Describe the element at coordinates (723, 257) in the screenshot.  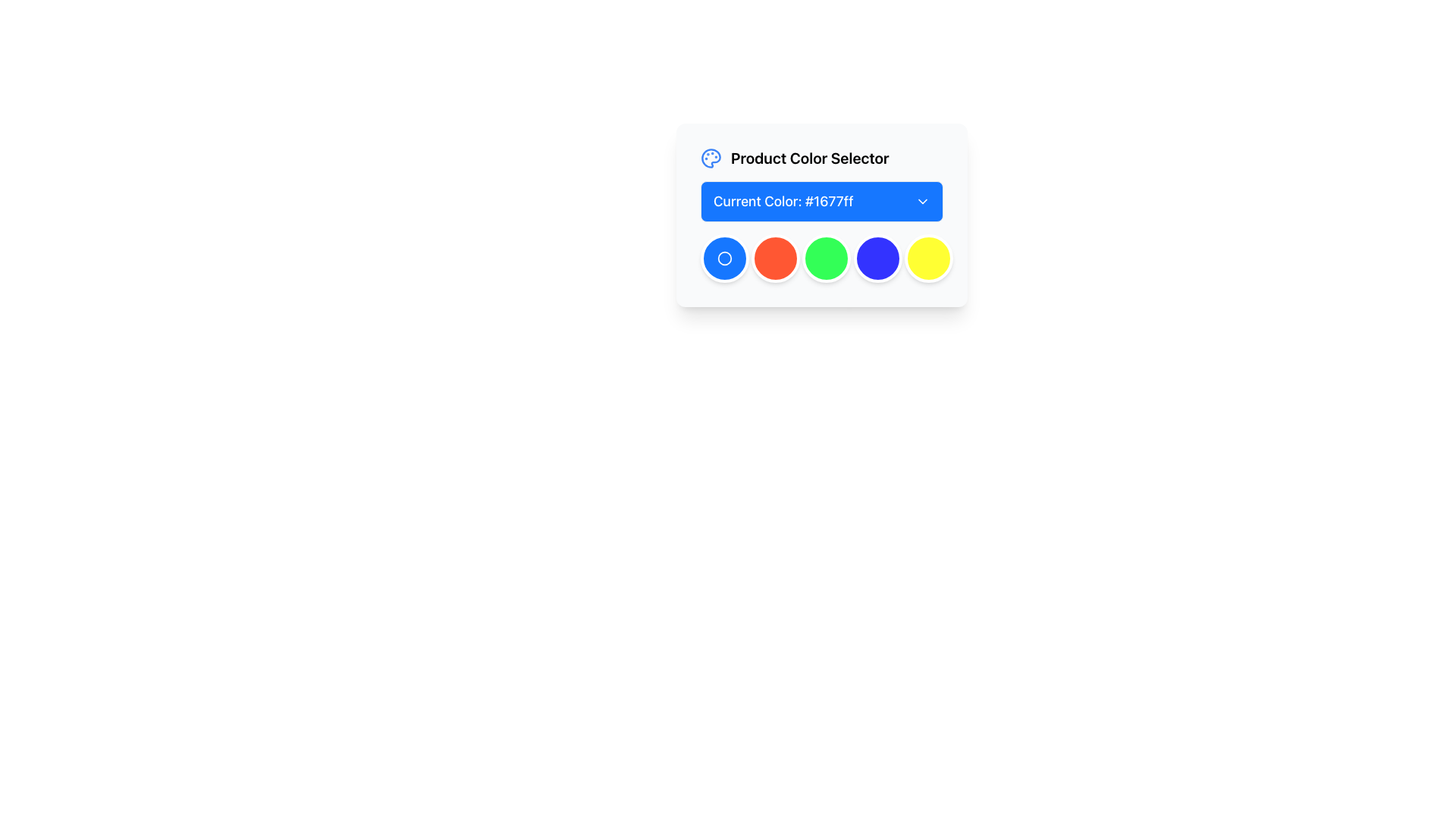
I see `the first circular color indicator with a blue fill and white stroke located beneath the 'Product Color Selector' header` at that location.